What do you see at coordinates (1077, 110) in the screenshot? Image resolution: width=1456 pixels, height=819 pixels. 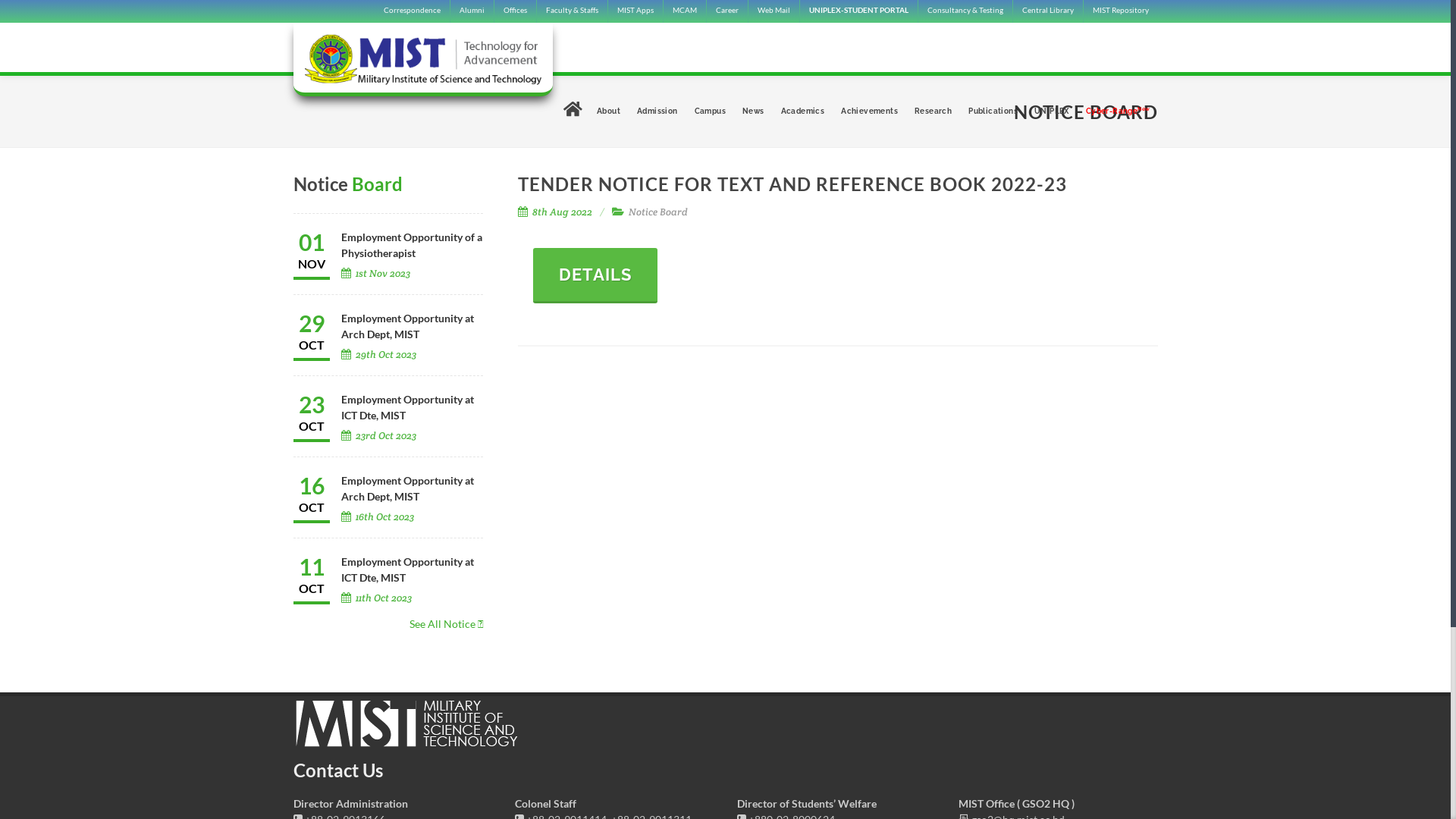 I see `'Cyber-Range'` at bounding box center [1077, 110].